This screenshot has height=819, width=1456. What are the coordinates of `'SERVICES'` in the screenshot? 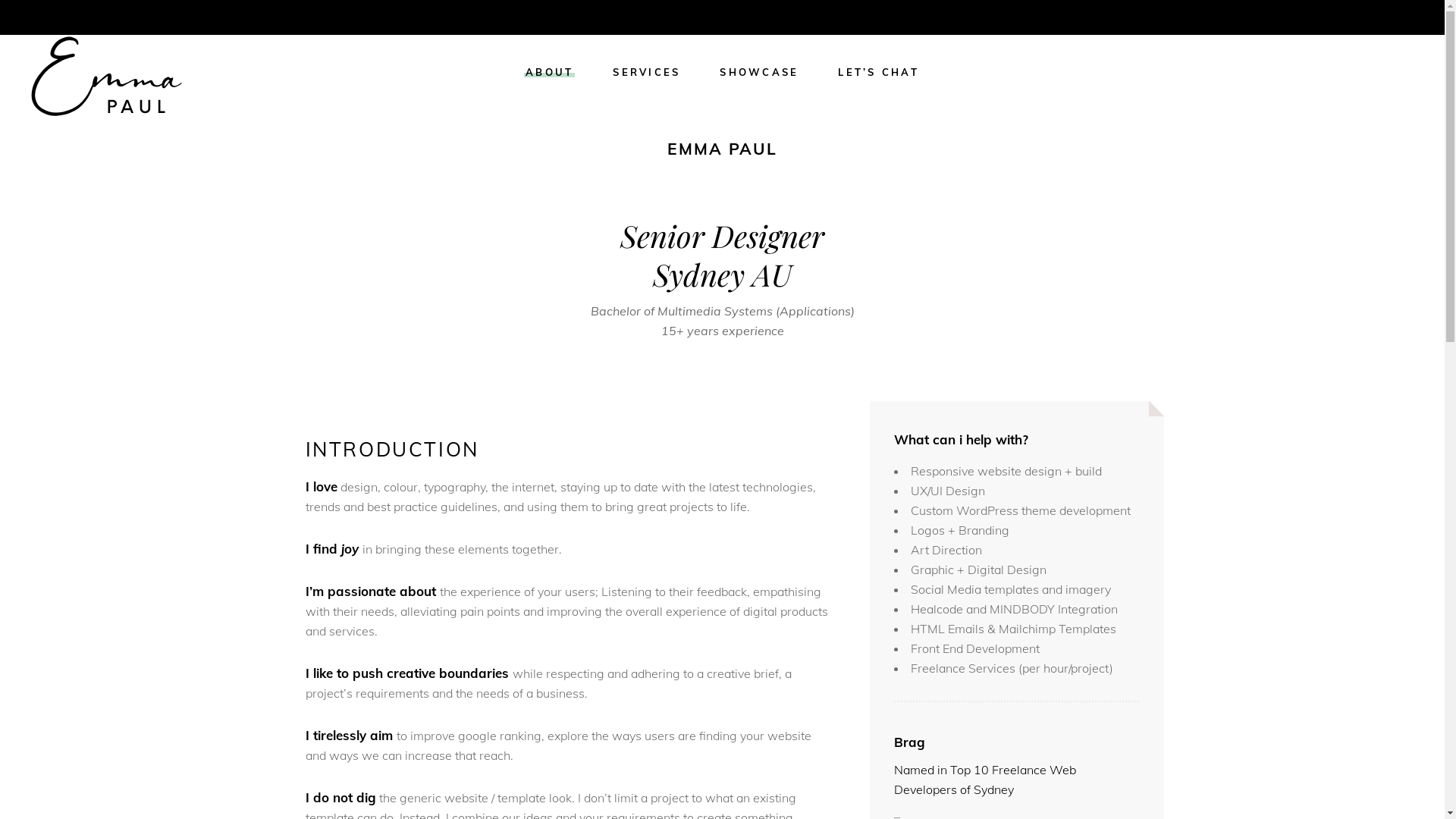 It's located at (646, 73).